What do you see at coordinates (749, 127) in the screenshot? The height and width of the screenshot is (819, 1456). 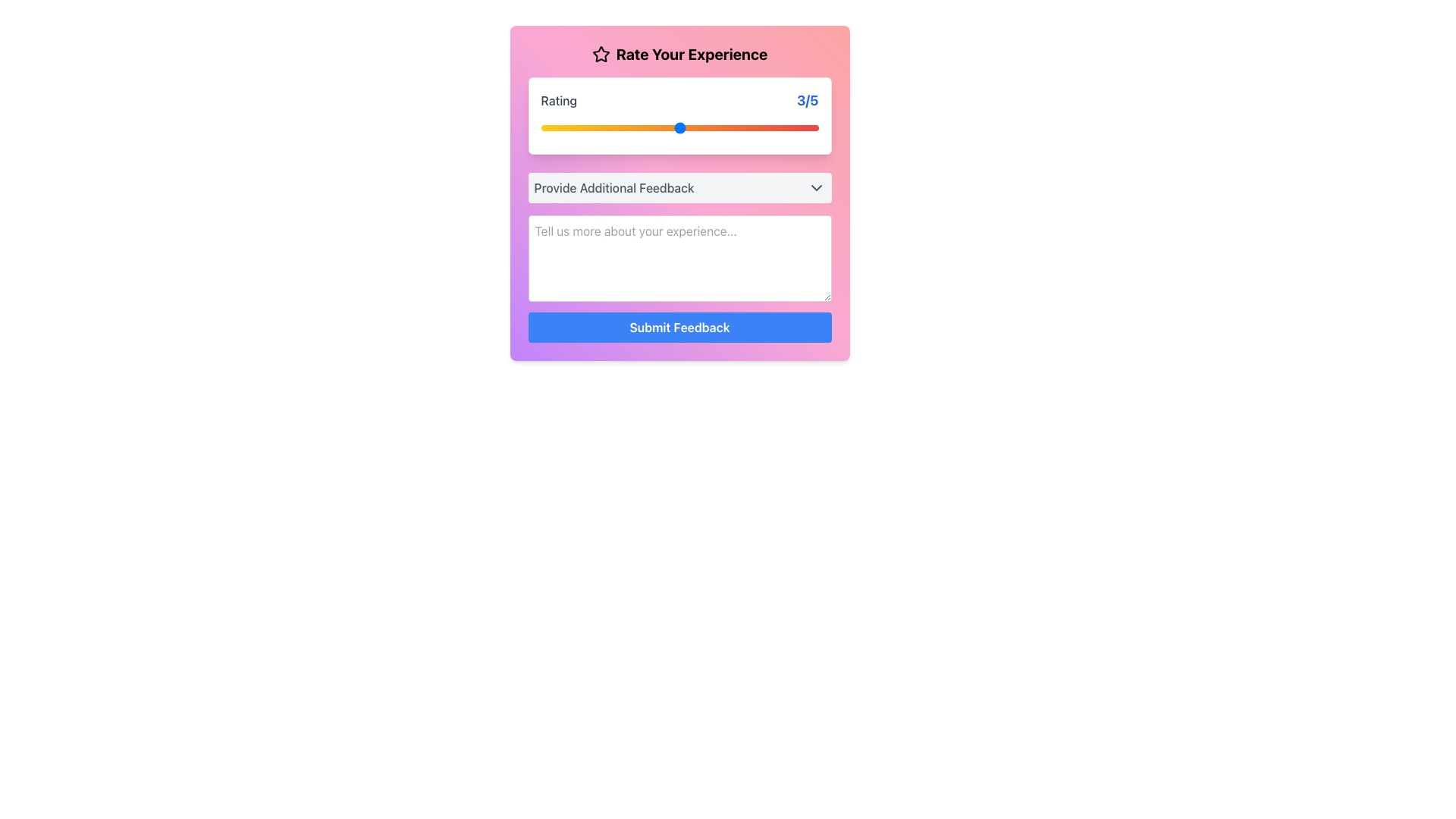 I see `rating slider` at bounding box center [749, 127].